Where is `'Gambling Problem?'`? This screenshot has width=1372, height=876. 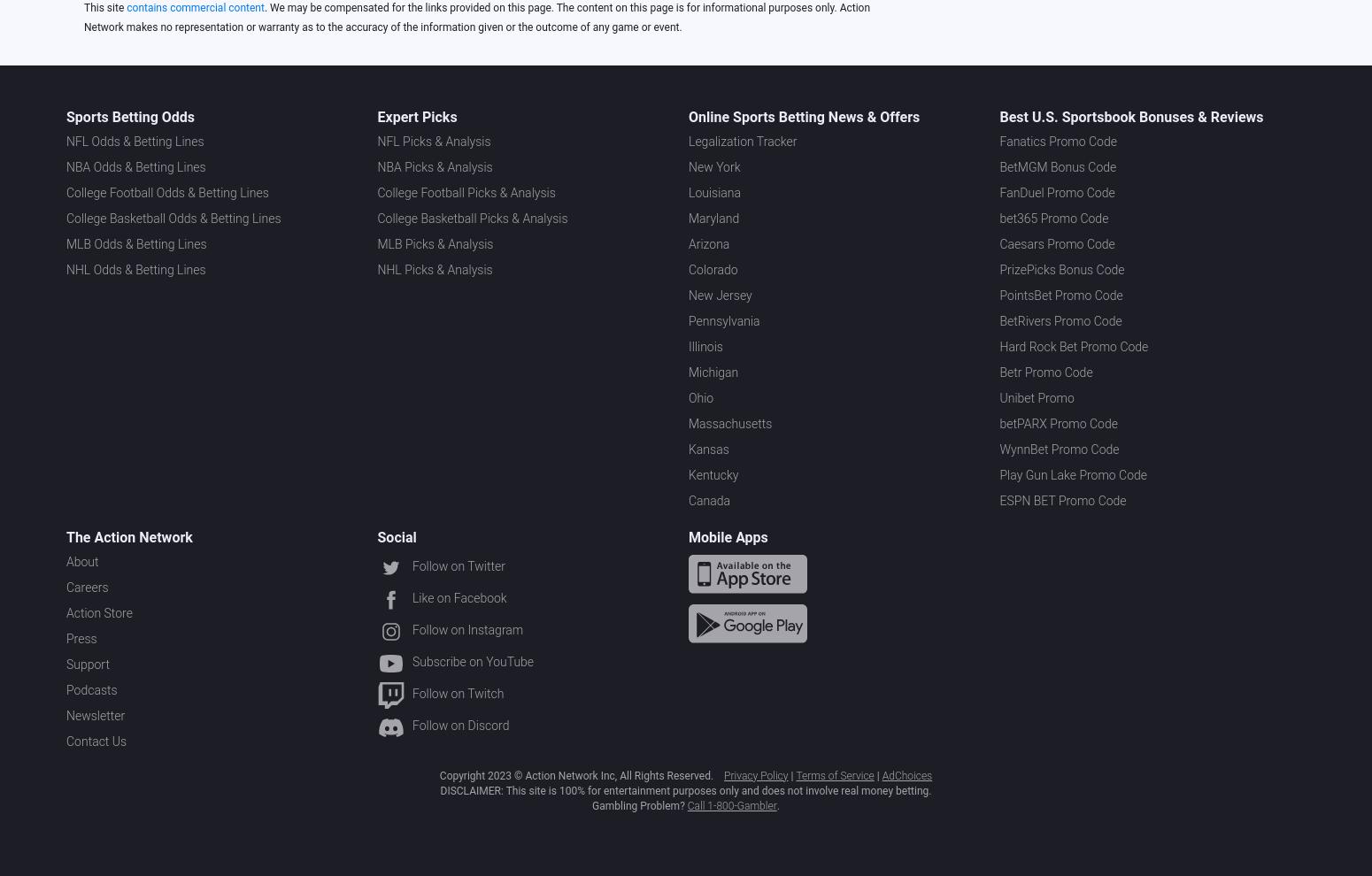 'Gambling Problem?' is located at coordinates (639, 804).